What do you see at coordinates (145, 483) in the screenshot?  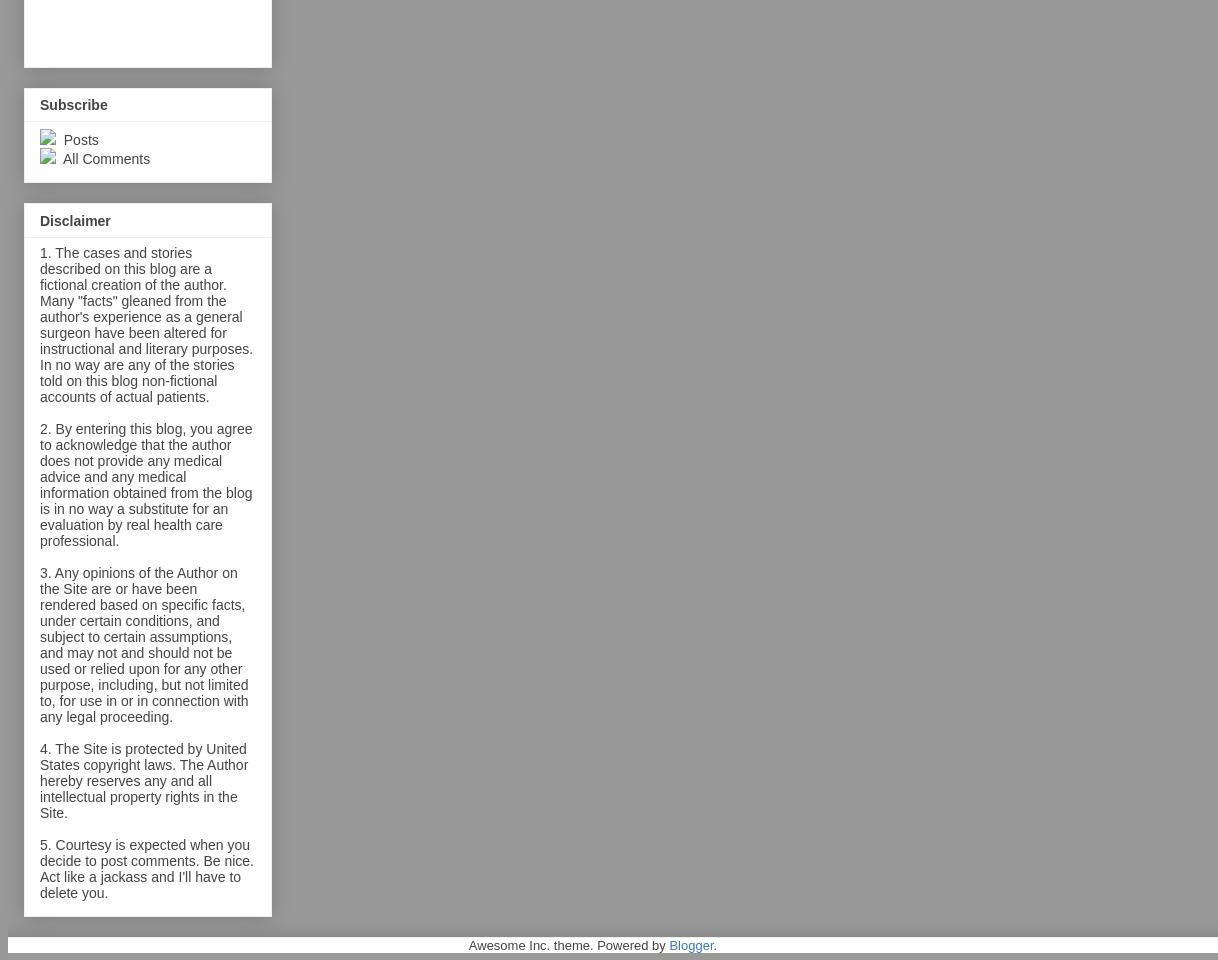 I see `'2. By entering this blog, you agree to acknowledge that the author does not provide any medical advice and any medical information obtained from the blog is in no way a substitute for an evaluation by real health care professional.'` at bounding box center [145, 483].